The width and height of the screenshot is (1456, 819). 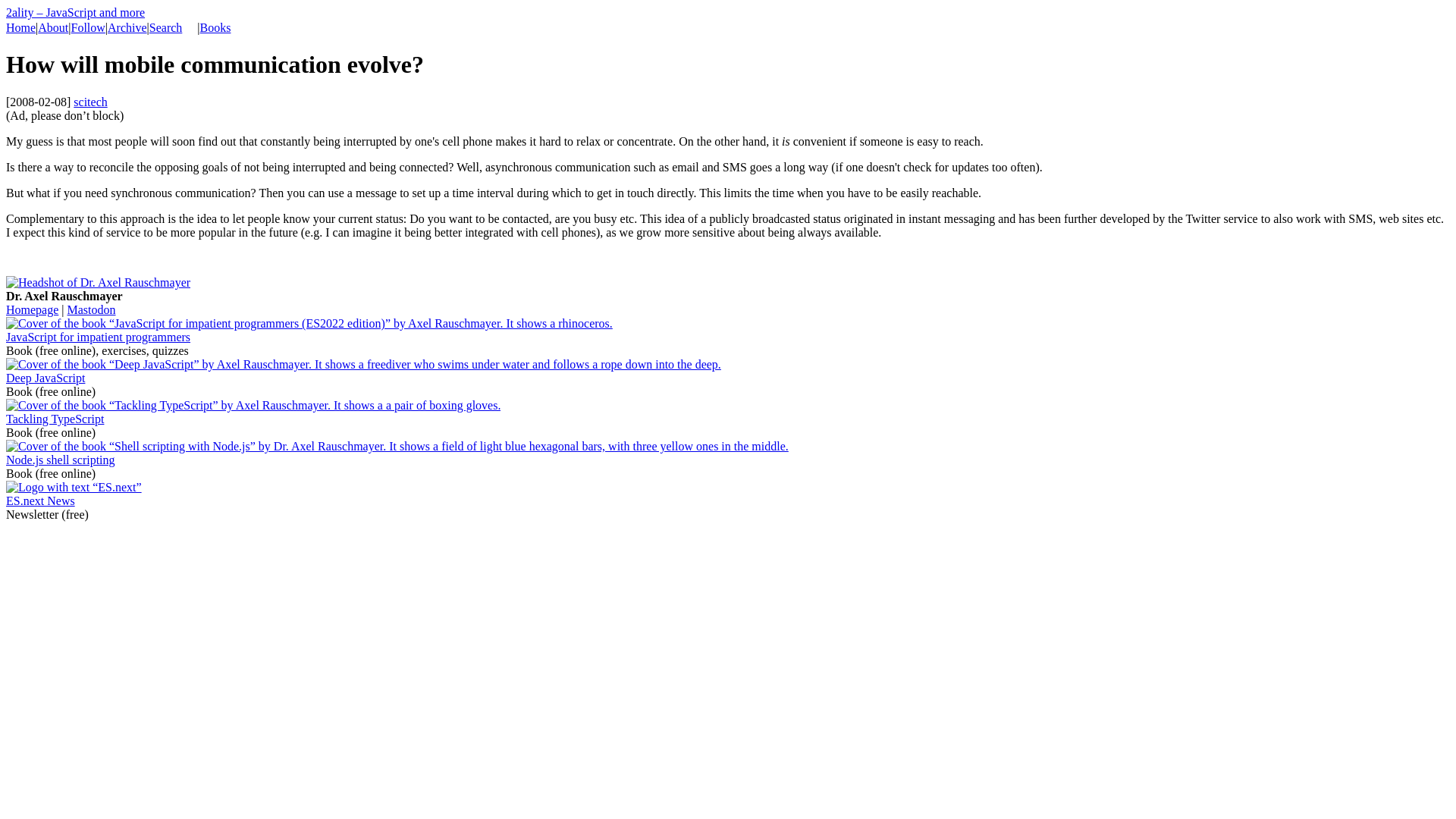 What do you see at coordinates (55, 419) in the screenshot?
I see `'Tackling TypeScript'` at bounding box center [55, 419].